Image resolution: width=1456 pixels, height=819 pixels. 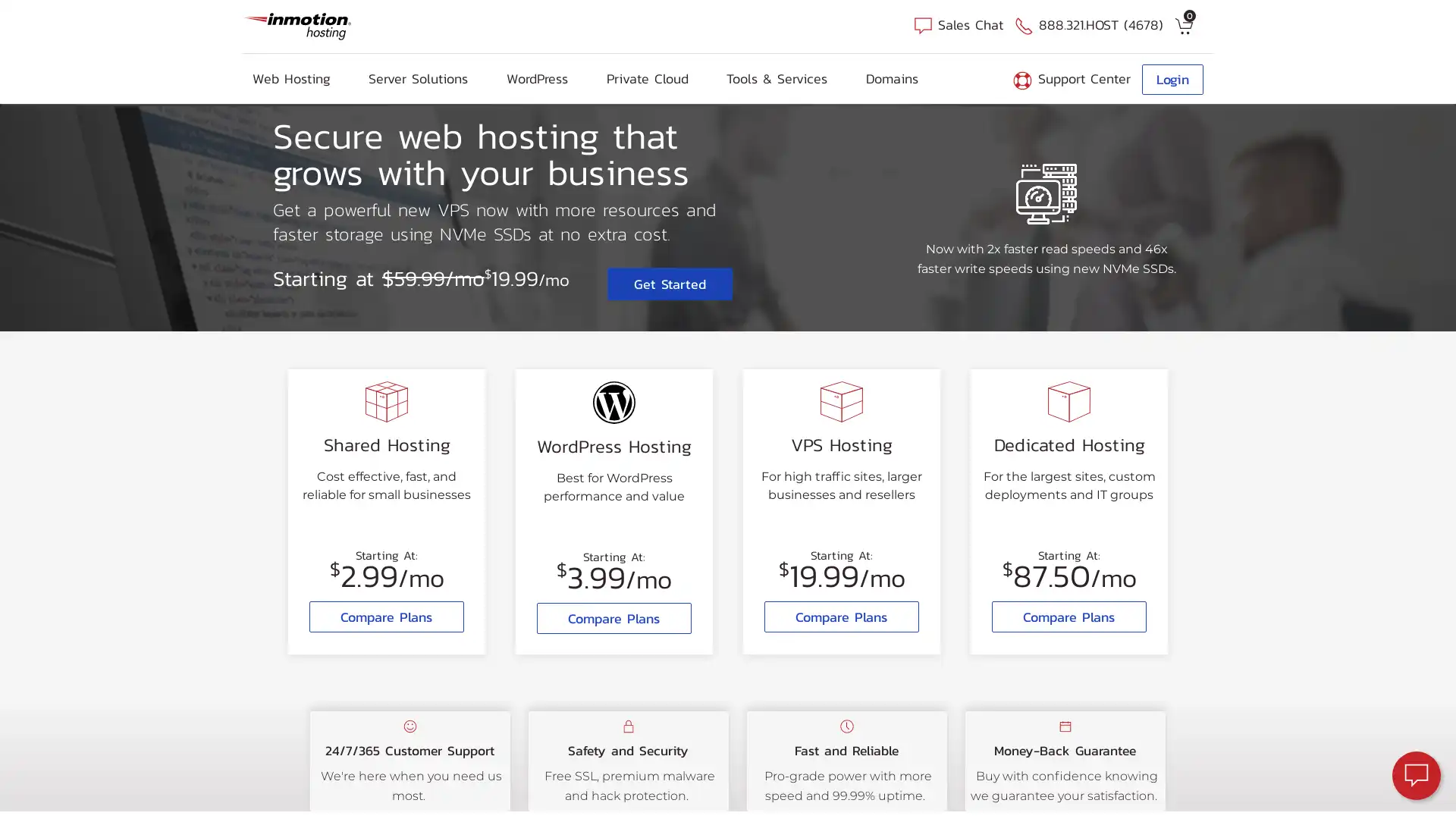 What do you see at coordinates (840, 617) in the screenshot?
I see `Compare Plans` at bounding box center [840, 617].